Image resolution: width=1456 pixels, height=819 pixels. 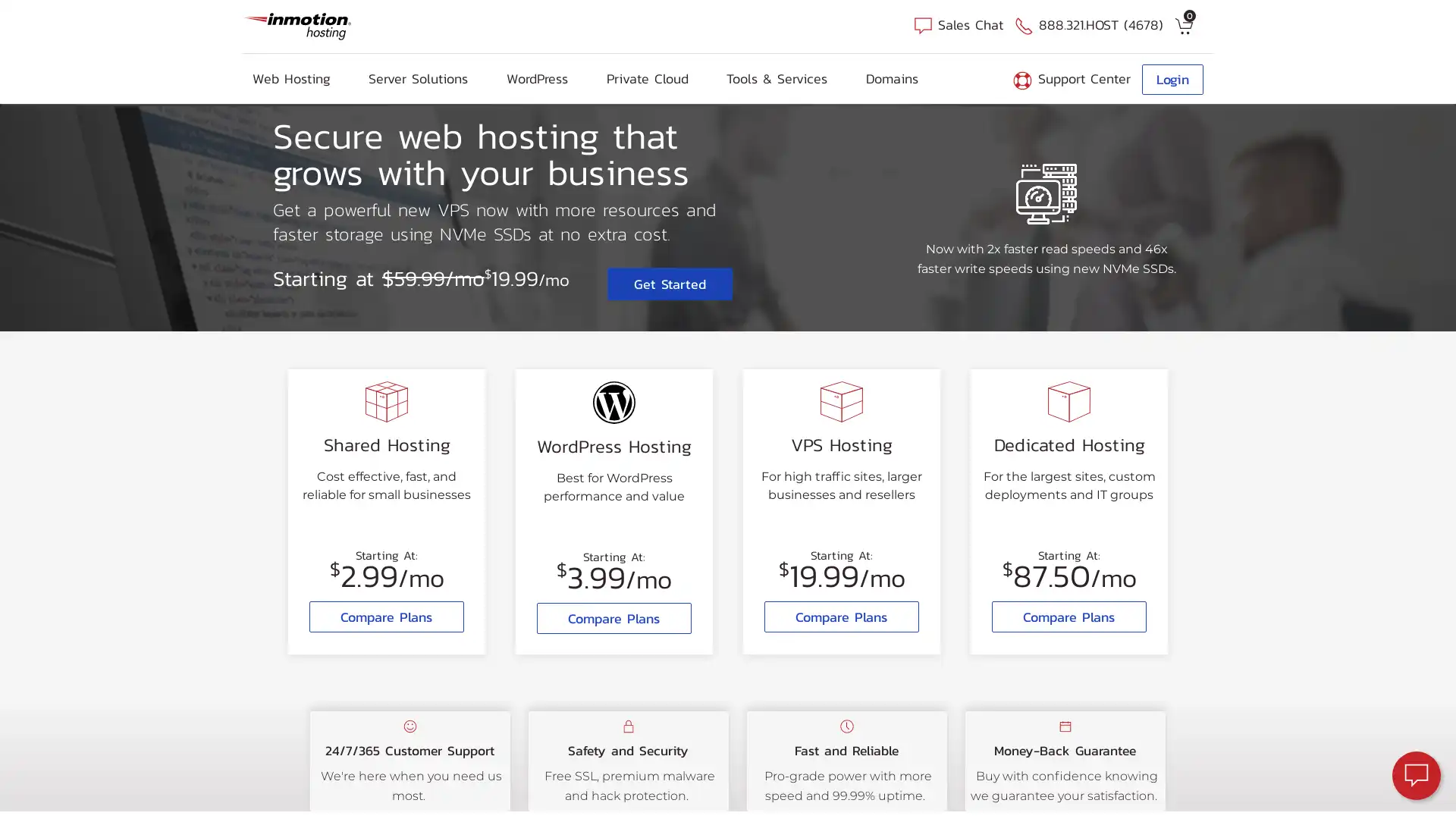 What do you see at coordinates (840, 617) in the screenshot?
I see `Compare Plans` at bounding box center [840, 617].